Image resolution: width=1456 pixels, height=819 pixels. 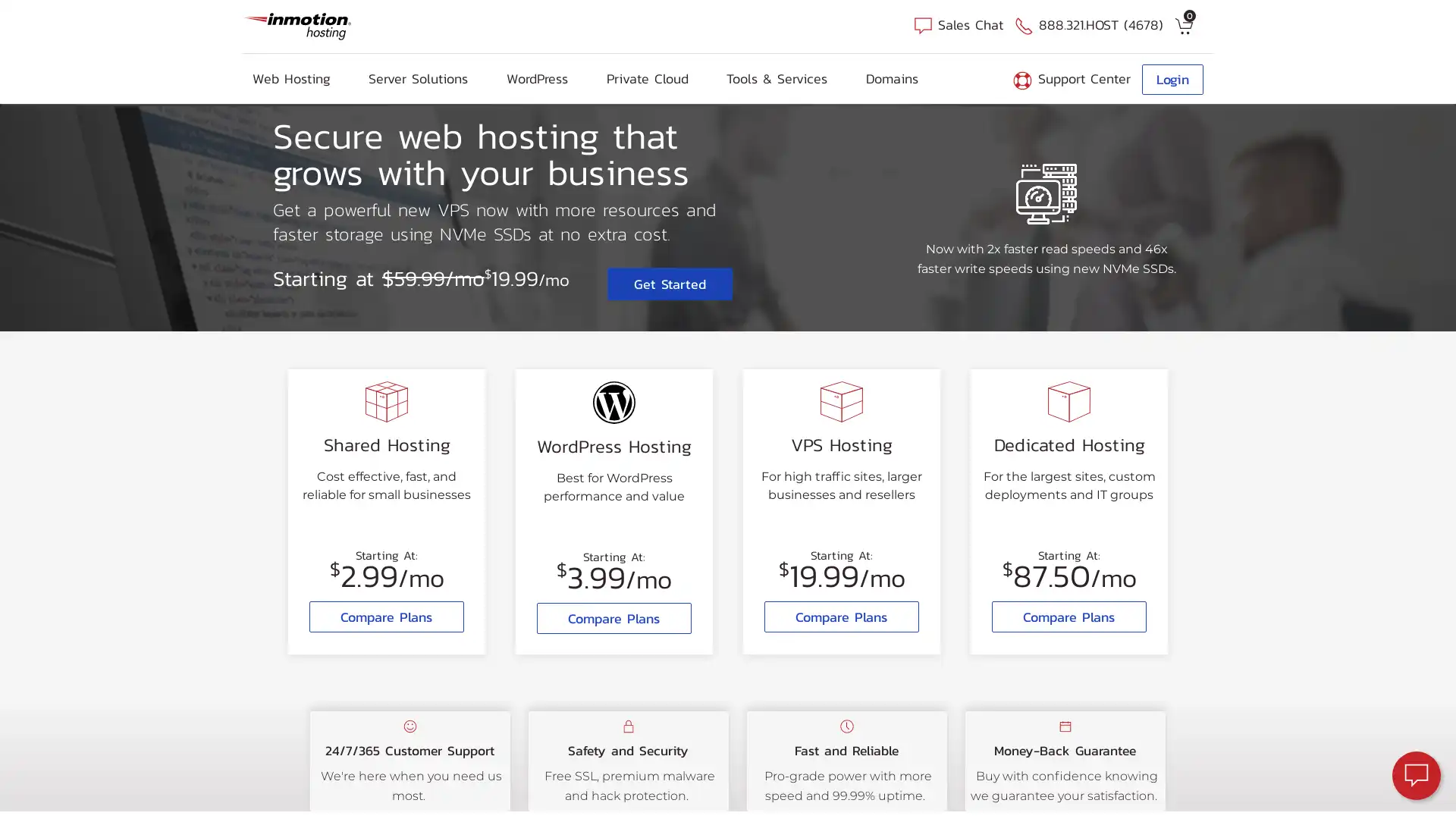 What do you see at coordinates (840, 617) in the screenshot?
I see `Compare Plans` at bounding box center [840, 617].